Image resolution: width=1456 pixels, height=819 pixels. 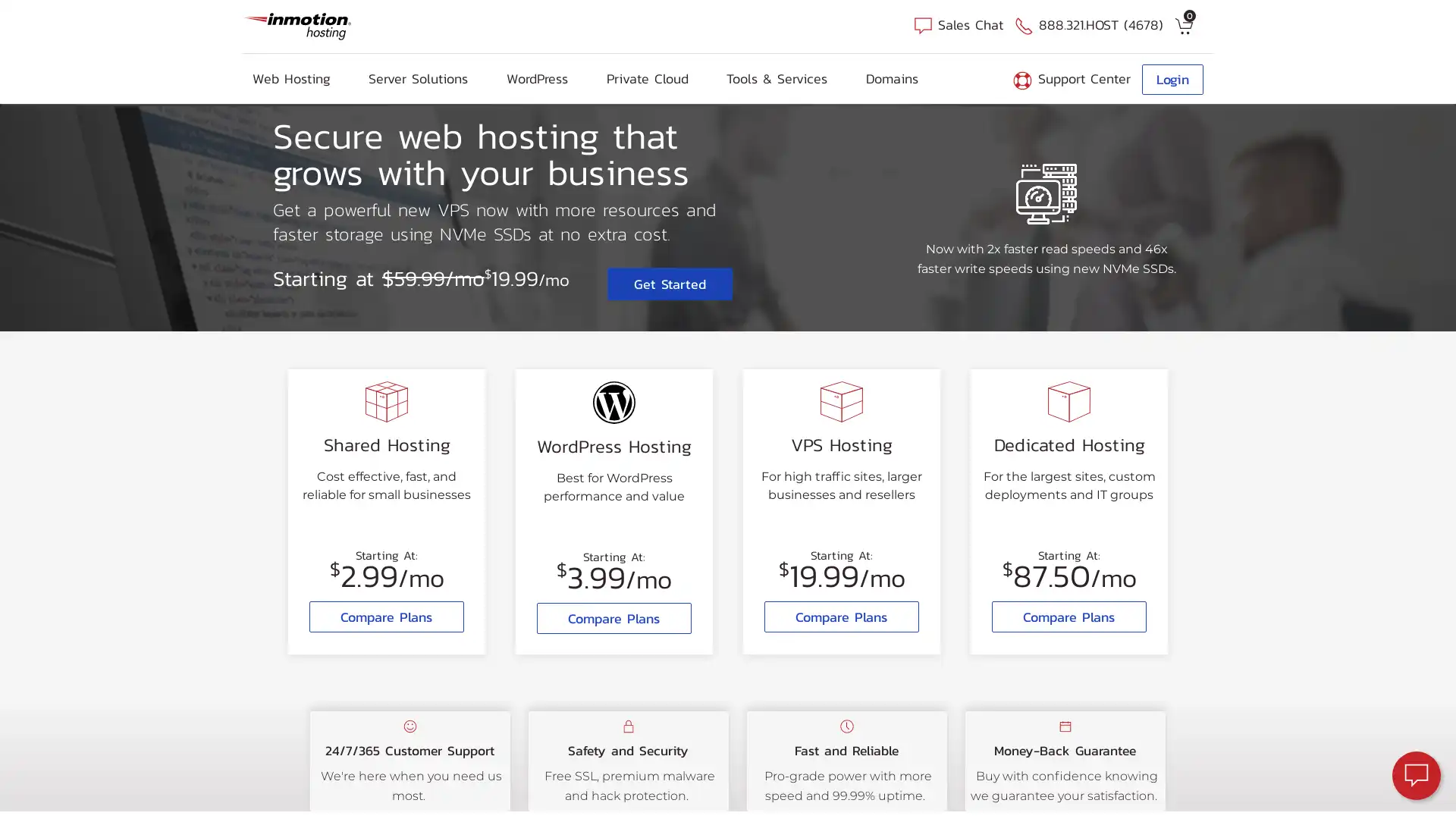 What do you see at coordinates (840, 617) in the screenshot?
I see `Compare Plans` at bounding box center [840, 617].